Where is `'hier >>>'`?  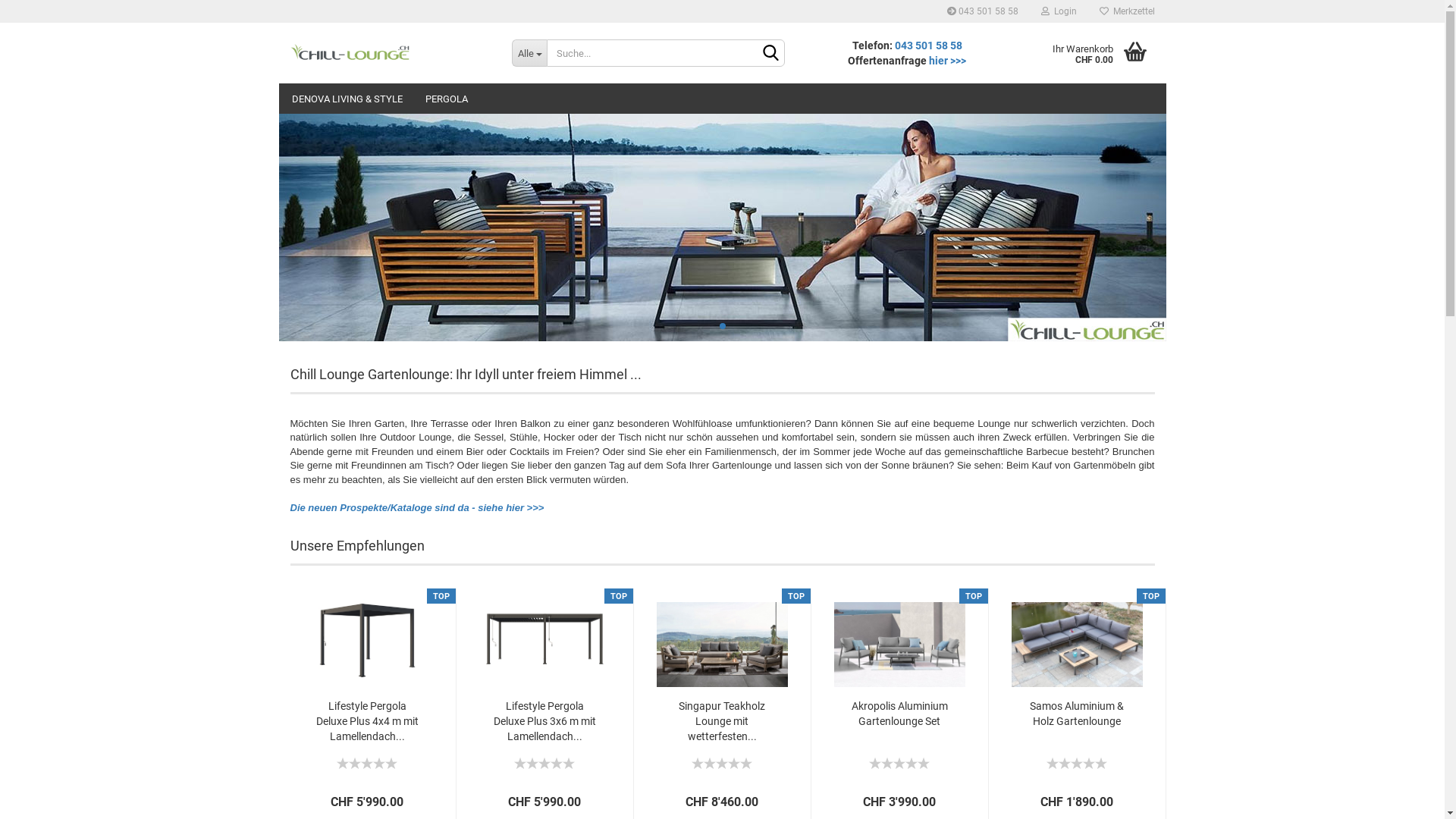 'hier >>>' is located at coordinates (946, 60).